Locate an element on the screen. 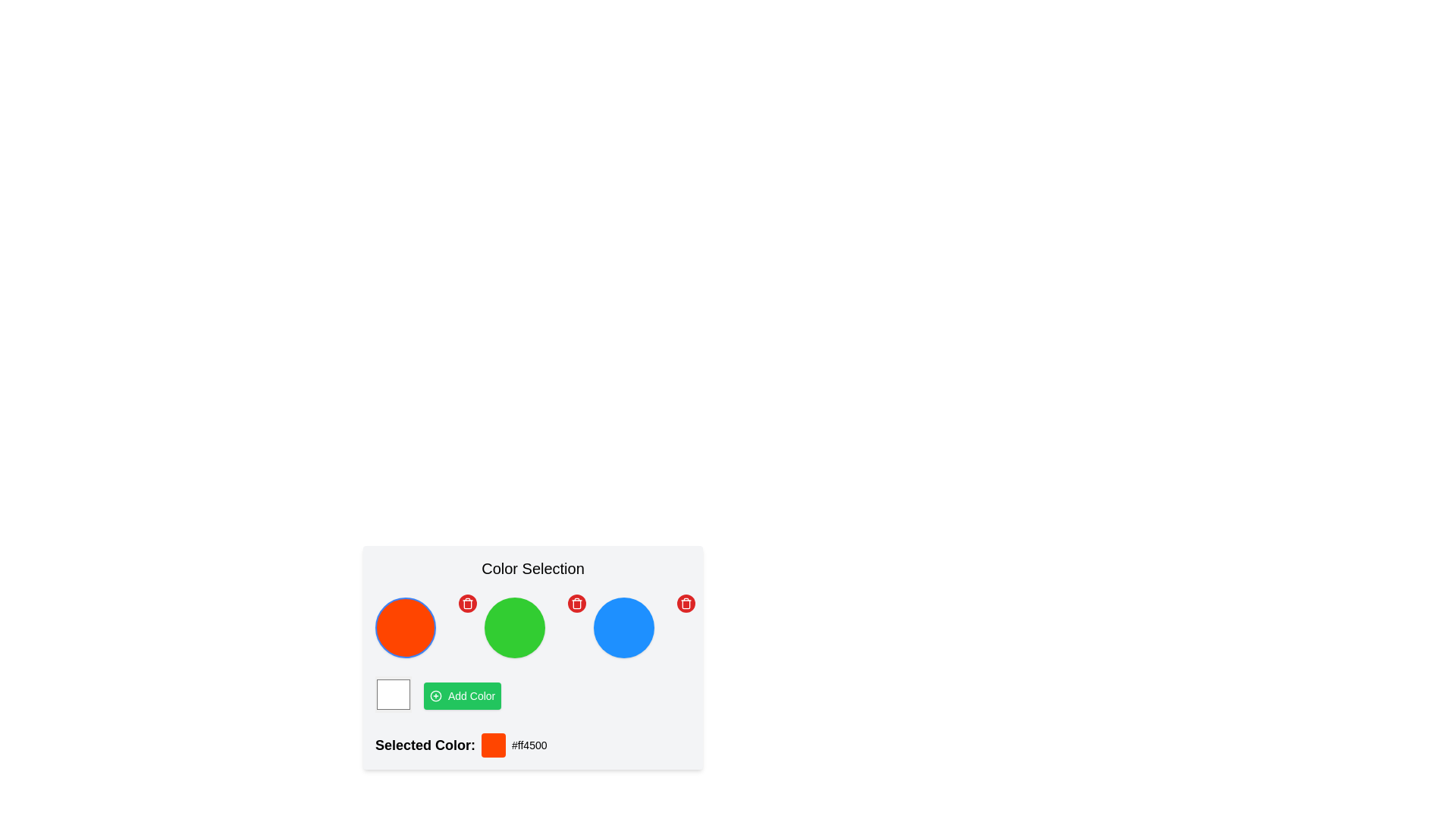 This screenshot has width=1456, height=819. the bold and large 'Selected Color:' label located in the lower section of the color selection interface, positioned to the left of the color preview box and hexadecimal color code text is located at coordinates (425, 745).